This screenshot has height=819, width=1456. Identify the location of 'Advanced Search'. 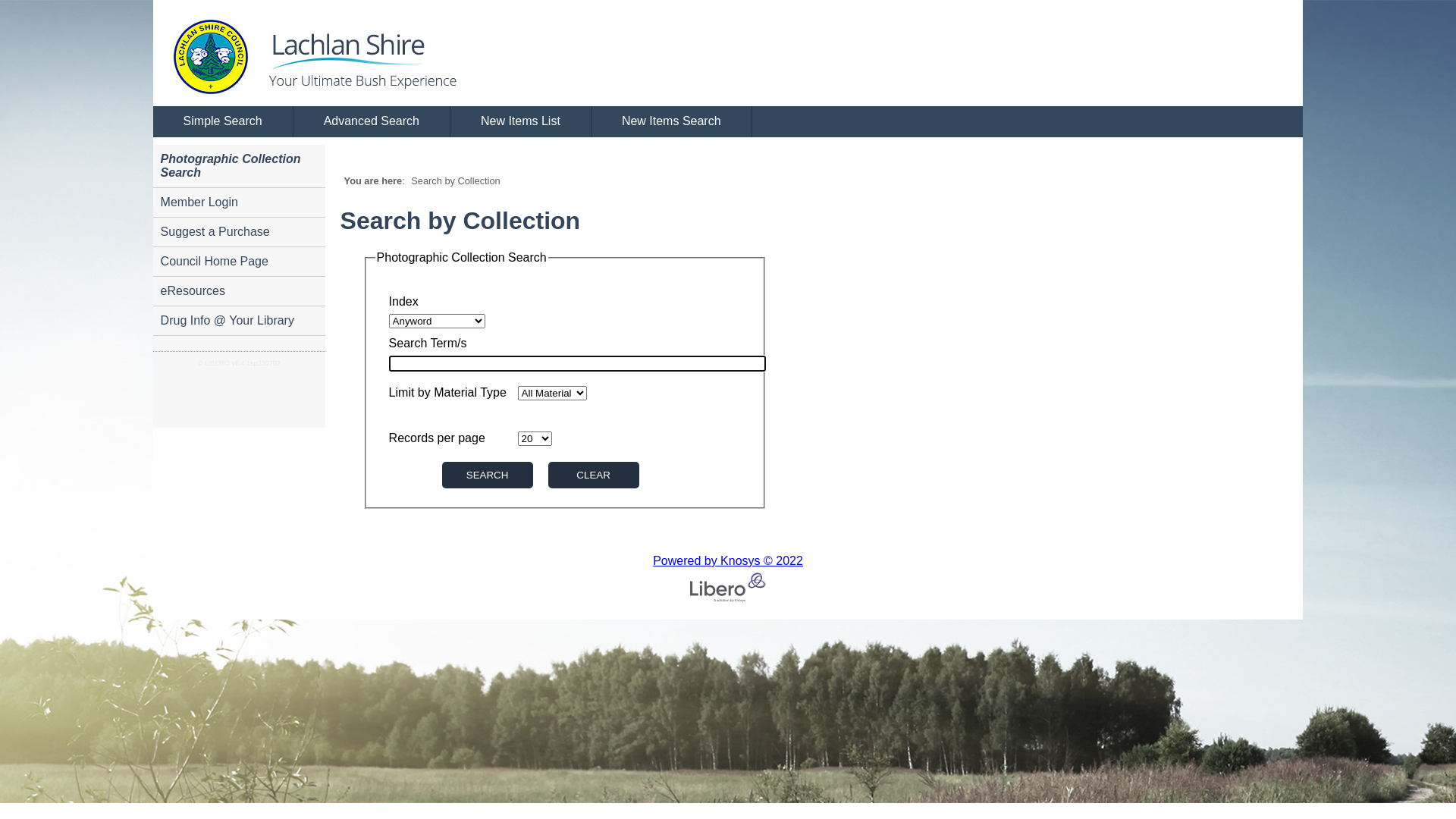
(293, 121).